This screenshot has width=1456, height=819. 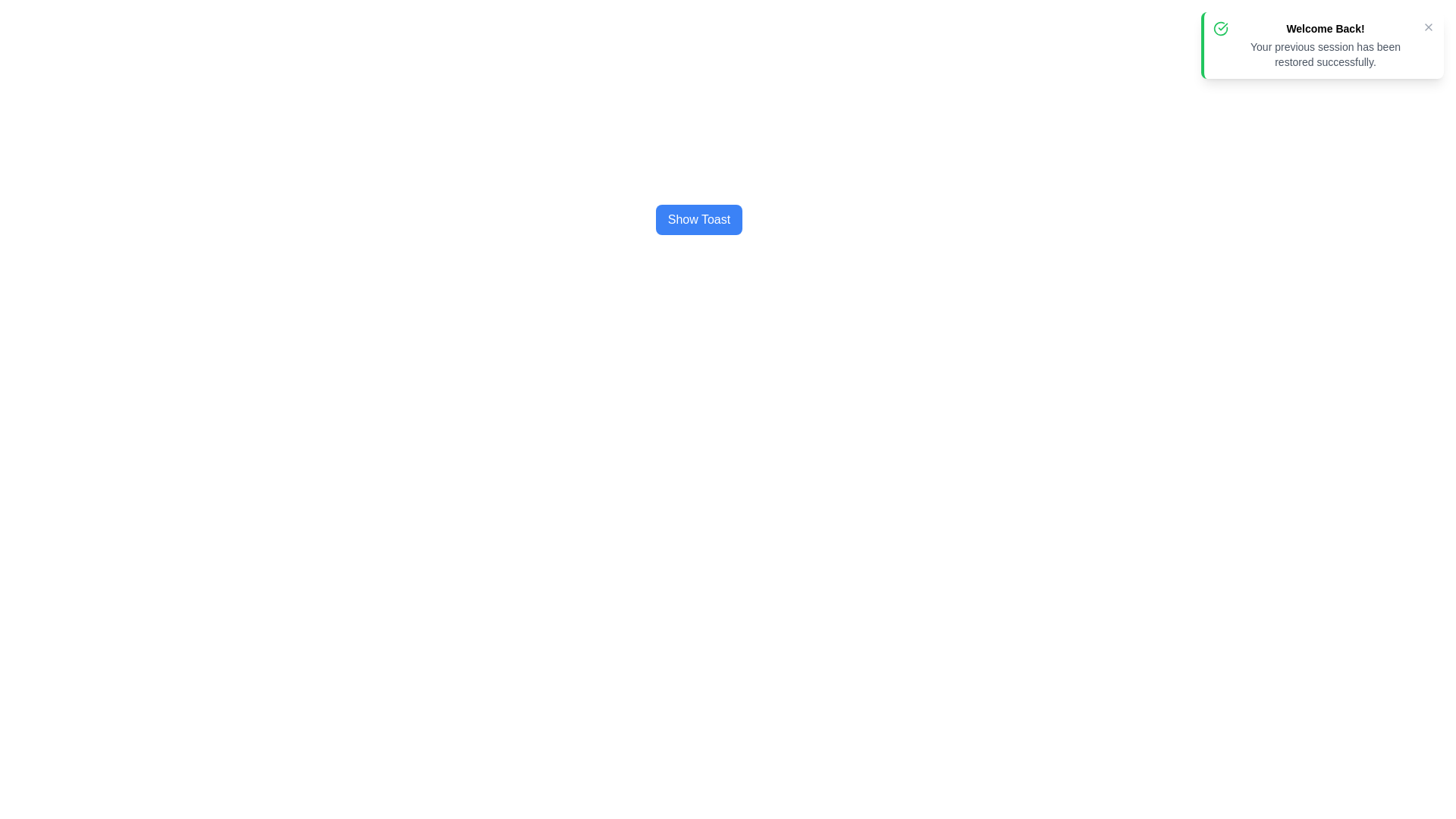 What do you see at coordinates (1220, 29) in the screenshot?
I see `the circular icon with a green border and checkmark inside, located in the top-left corner of the notification box next to 'Welcome Back!'` at bounding box center [1220, 29].